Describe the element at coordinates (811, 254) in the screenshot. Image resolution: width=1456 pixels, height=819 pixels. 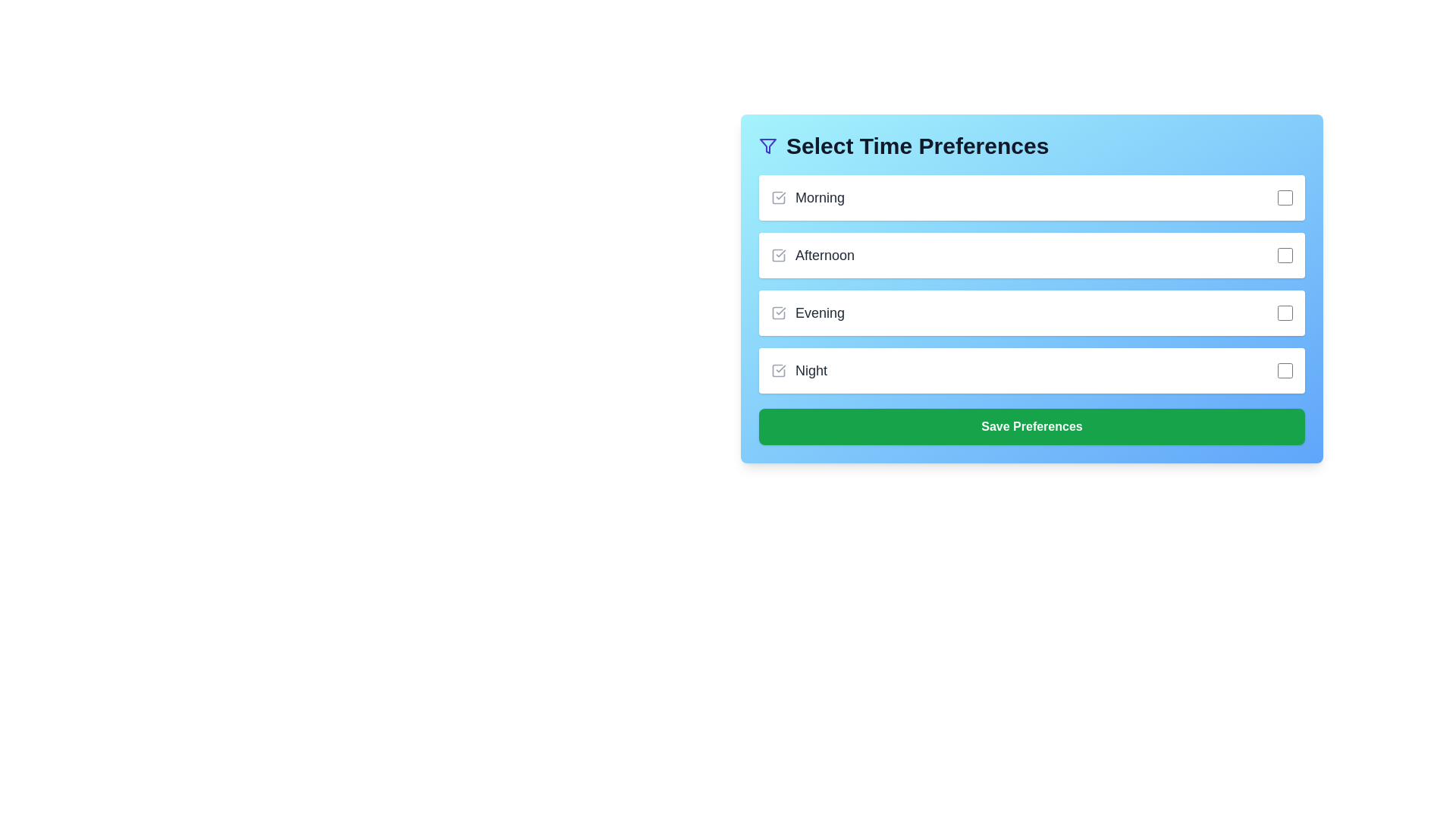
I see `the 'Afternoon' label, which is styled with normal font weight and medium text size, located in the second row of time preferences beneath 'Morning', and positioned next to a gray outlined checkbox` at that location.